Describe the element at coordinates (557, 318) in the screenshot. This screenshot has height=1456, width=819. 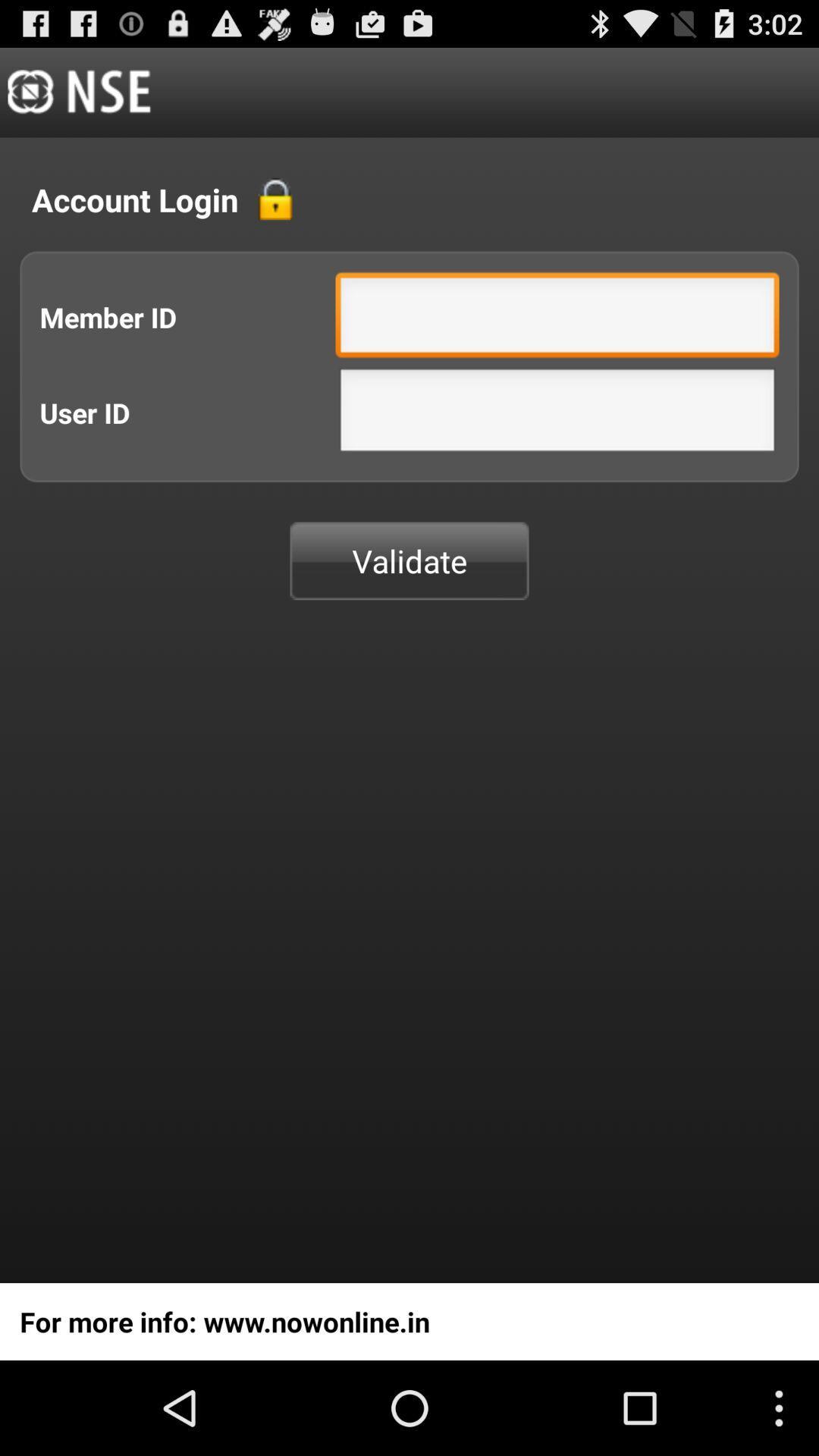
I see `member id in input box` at that location.